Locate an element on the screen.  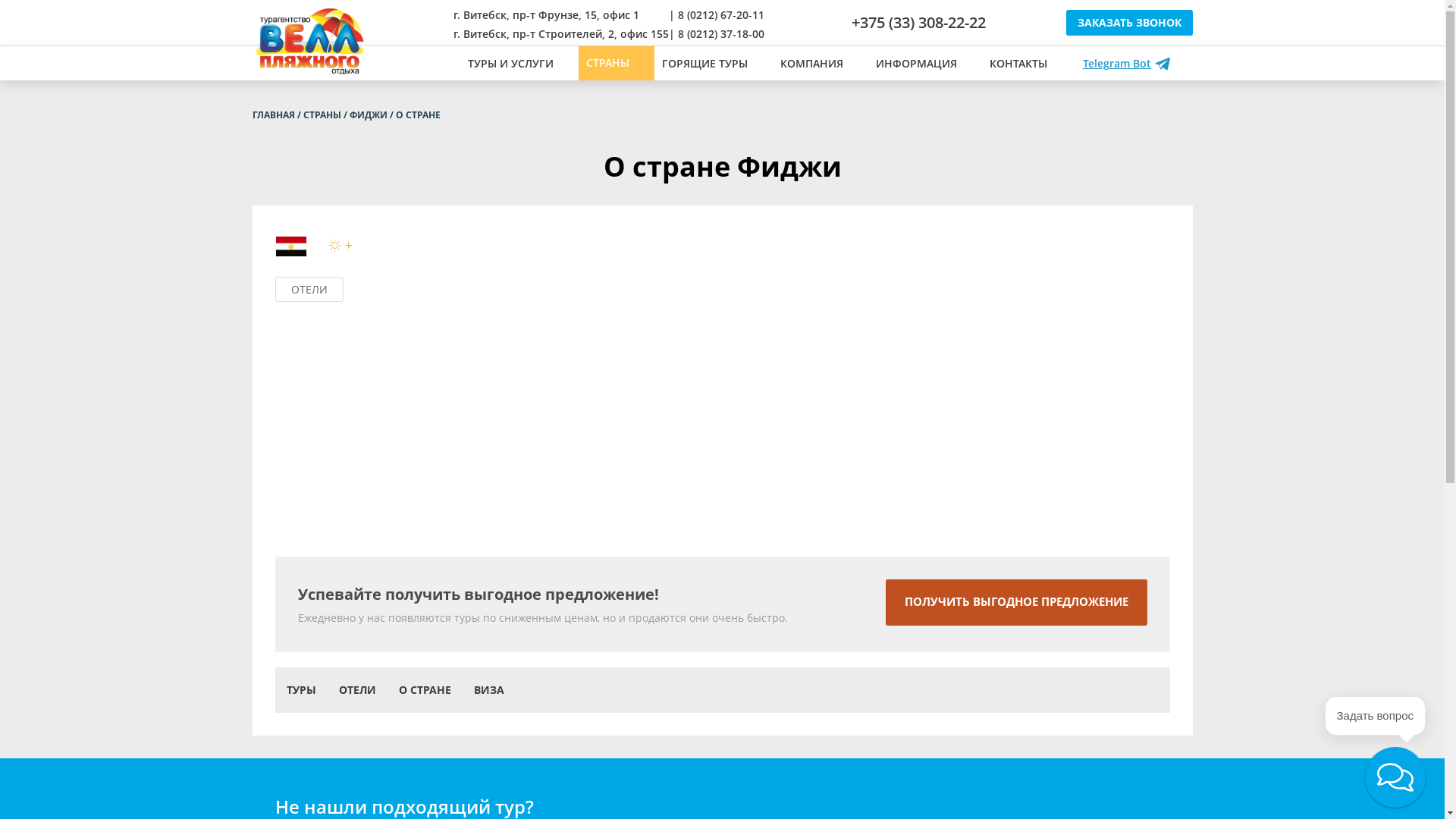
'Telegram Bot' is located at coordinates (1074, 62).